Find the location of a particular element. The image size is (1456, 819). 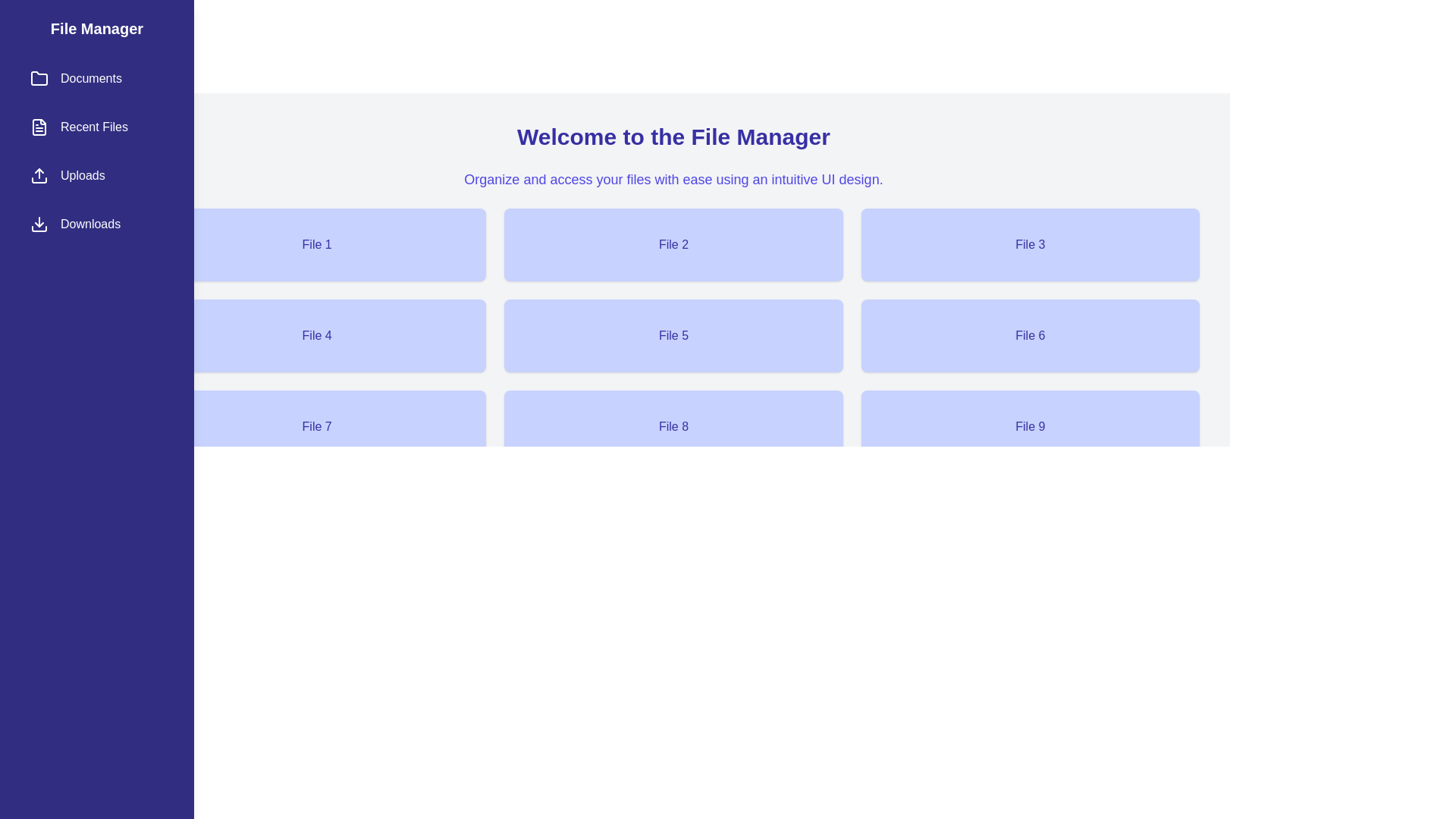

the sidebar menu category Downloads is located at coordinates (96, 224).